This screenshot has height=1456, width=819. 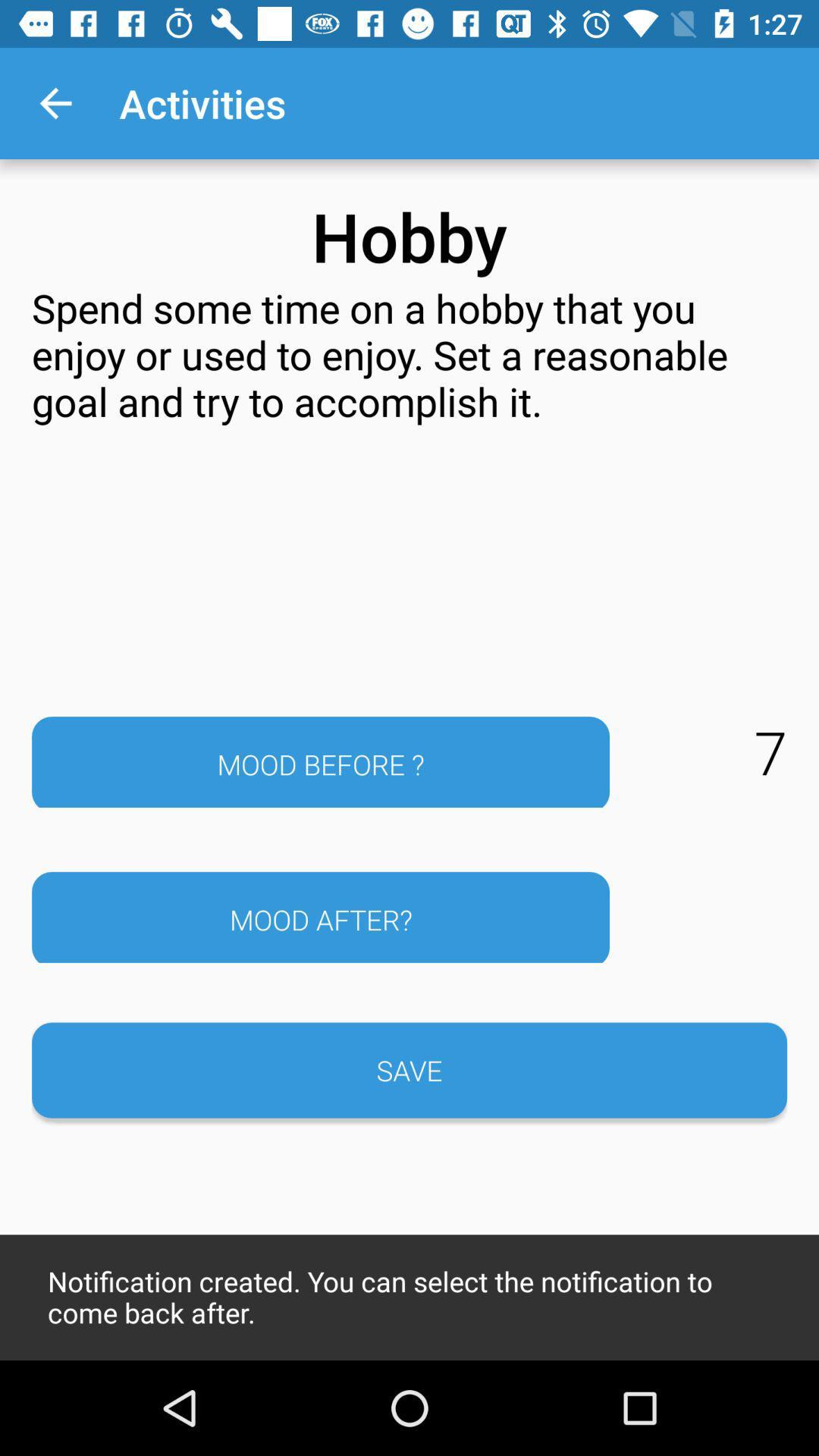 What do you see at coordinates (55, 102) in the screenshot?
I see `the icon to the left of the activities icon` at bounding box center [55, 102].